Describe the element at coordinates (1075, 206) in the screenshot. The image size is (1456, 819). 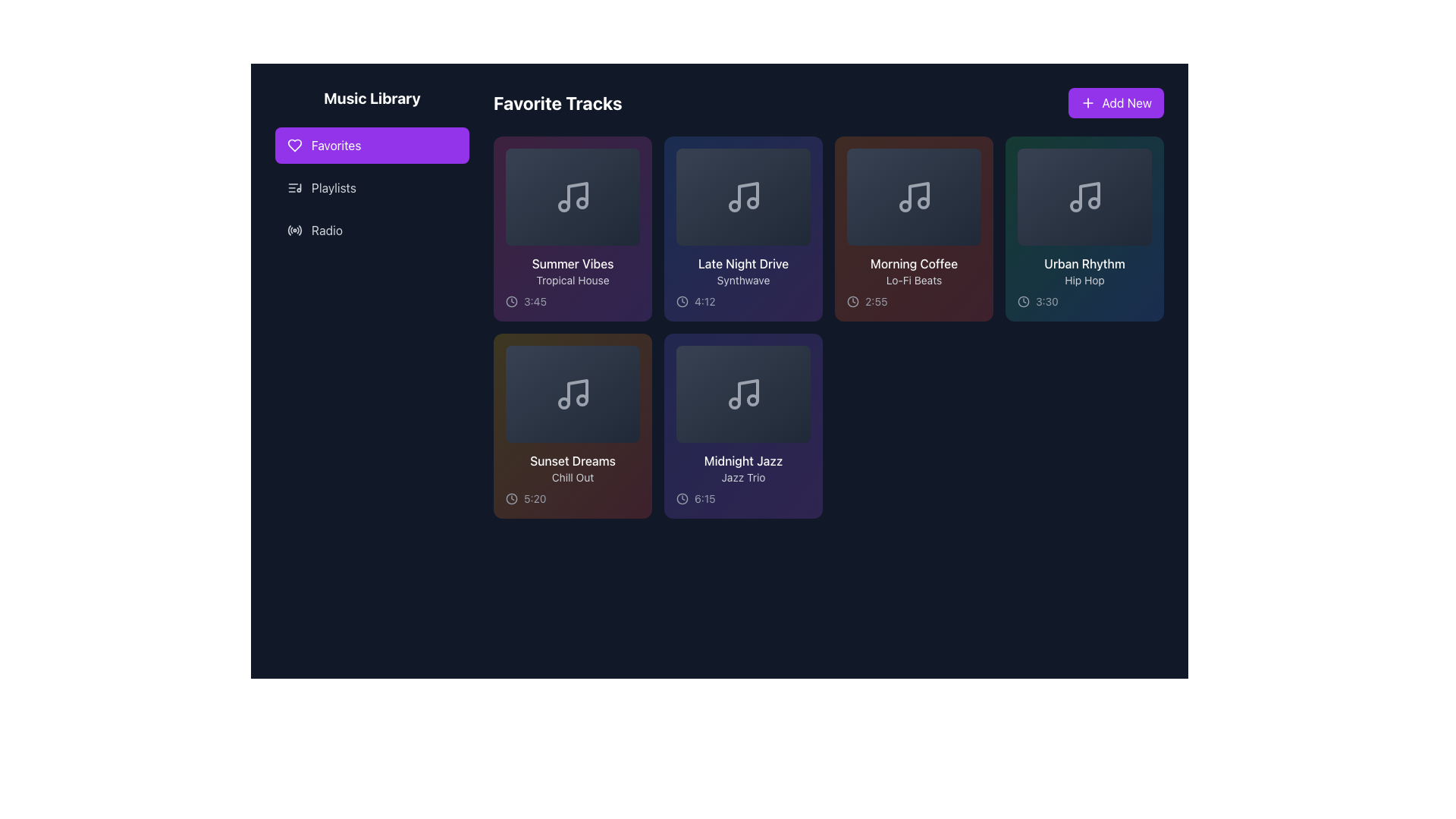
I see `the small SVG circle icon that is part of the musical note symbol in the top-right card titled 'Urban Rhythm.'` at that location.